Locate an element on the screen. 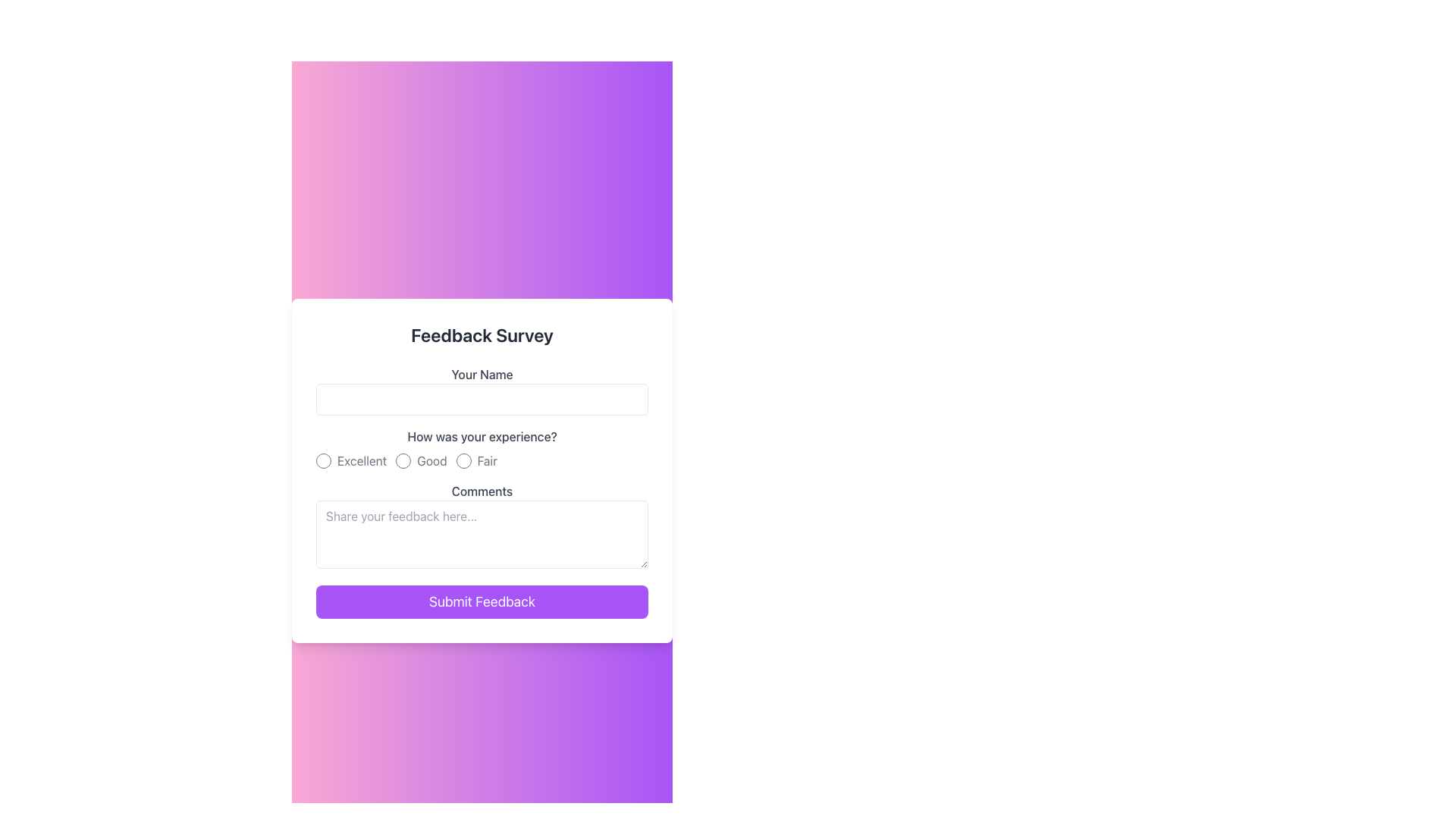 The width and height of the screenshot is (1456, 819). the radio button associated with the 'Good' rating option, which is labeled under the question 'How was your experience?' in the feedback survey form is located at coordinates (421, 460).